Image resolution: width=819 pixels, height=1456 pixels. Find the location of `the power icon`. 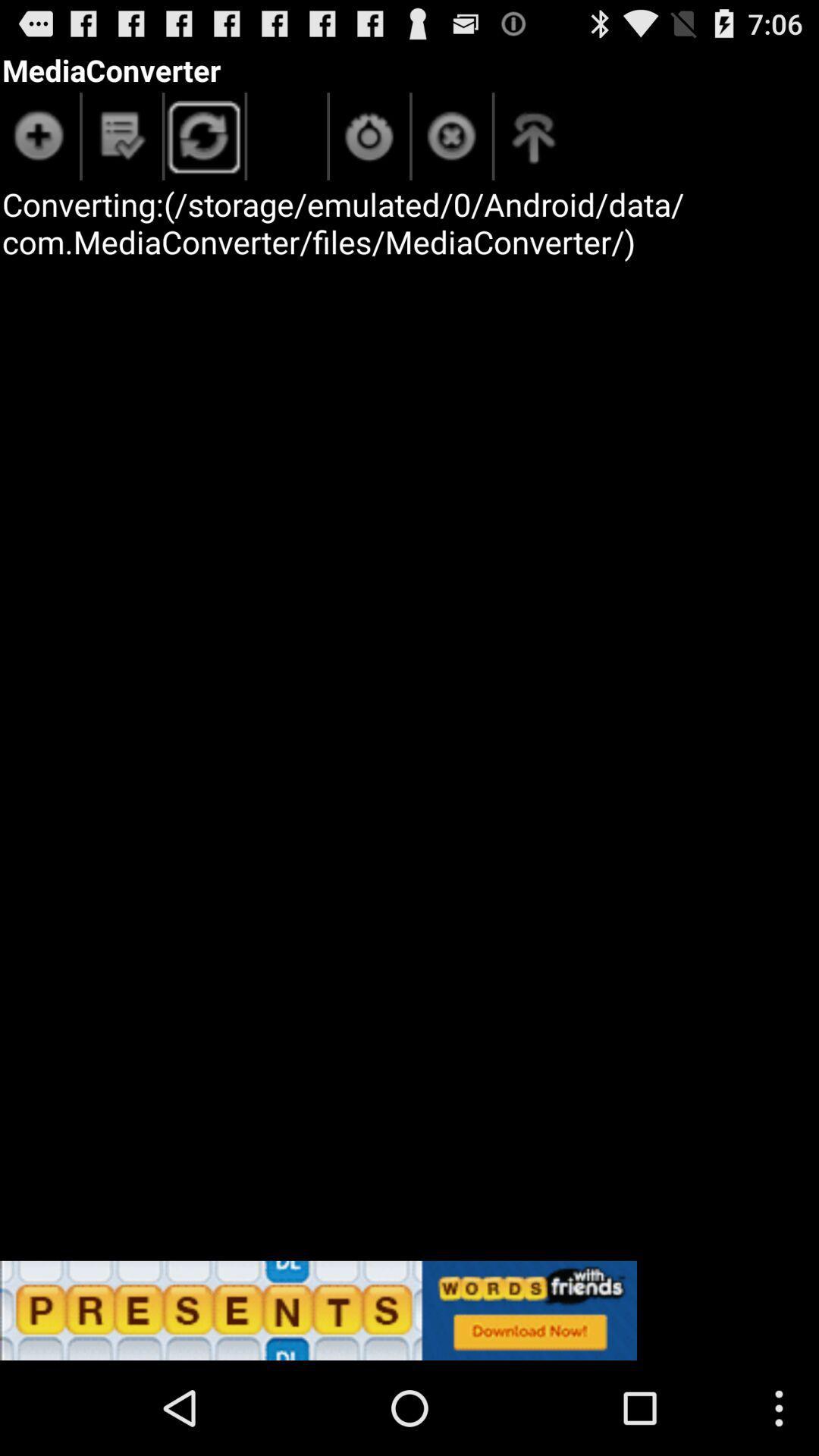

the power icon is located at coordinates (369, 150).